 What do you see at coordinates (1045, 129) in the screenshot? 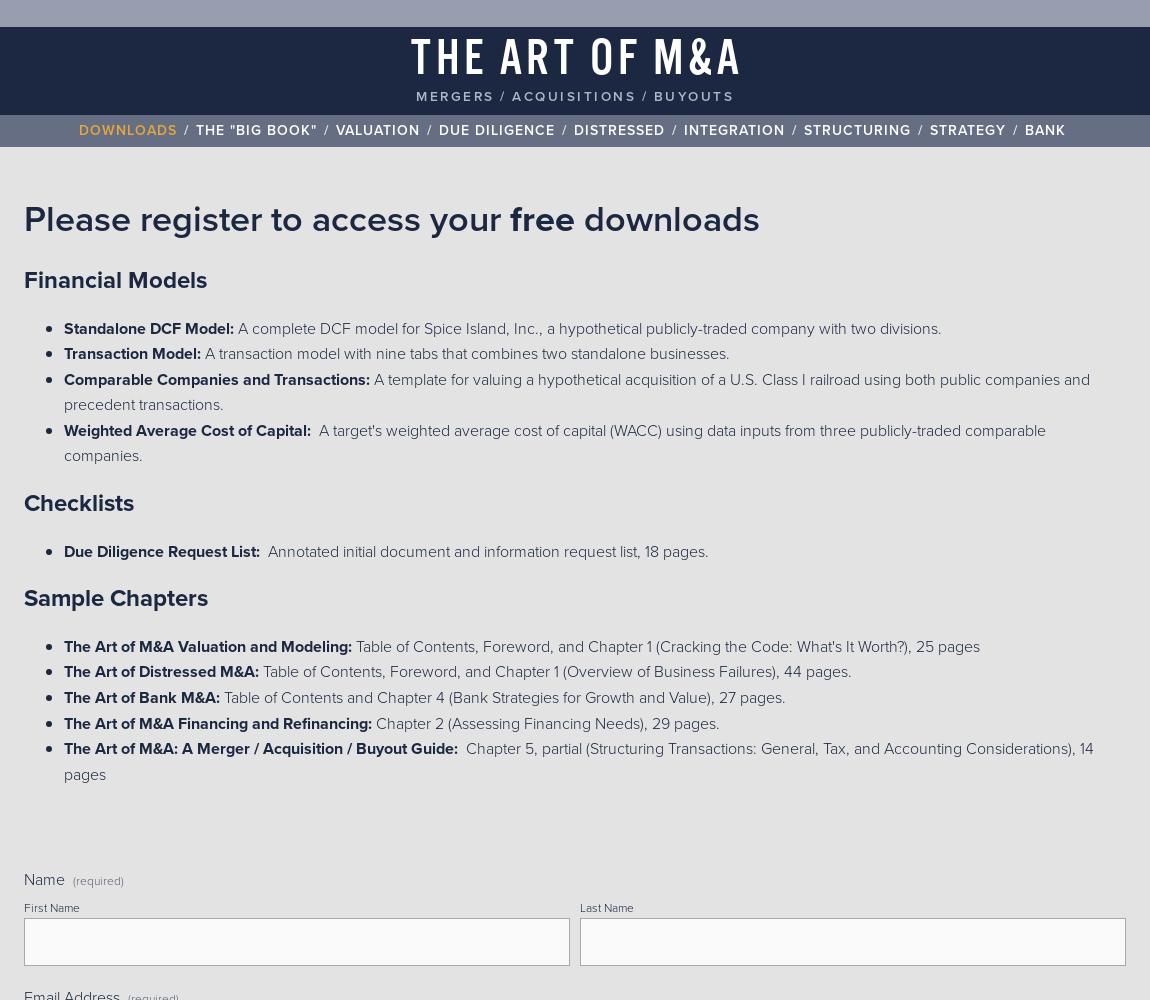
I see `'Bank'` at bounding box center [1045, 129].